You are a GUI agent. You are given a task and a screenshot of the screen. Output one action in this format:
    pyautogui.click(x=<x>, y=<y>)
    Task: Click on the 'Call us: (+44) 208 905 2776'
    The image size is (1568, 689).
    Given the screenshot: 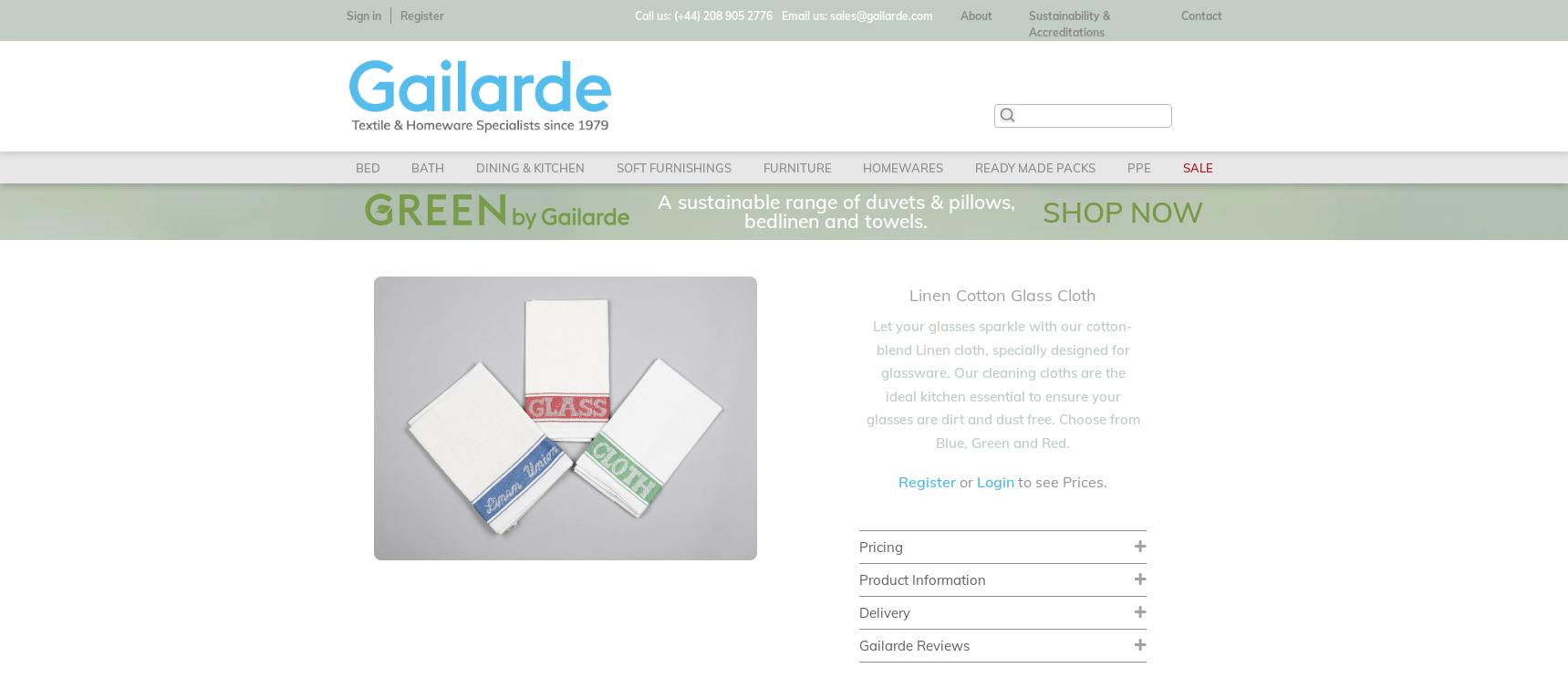 What is the action you would take?
    pyautogui.click(x=703, y=16)
    